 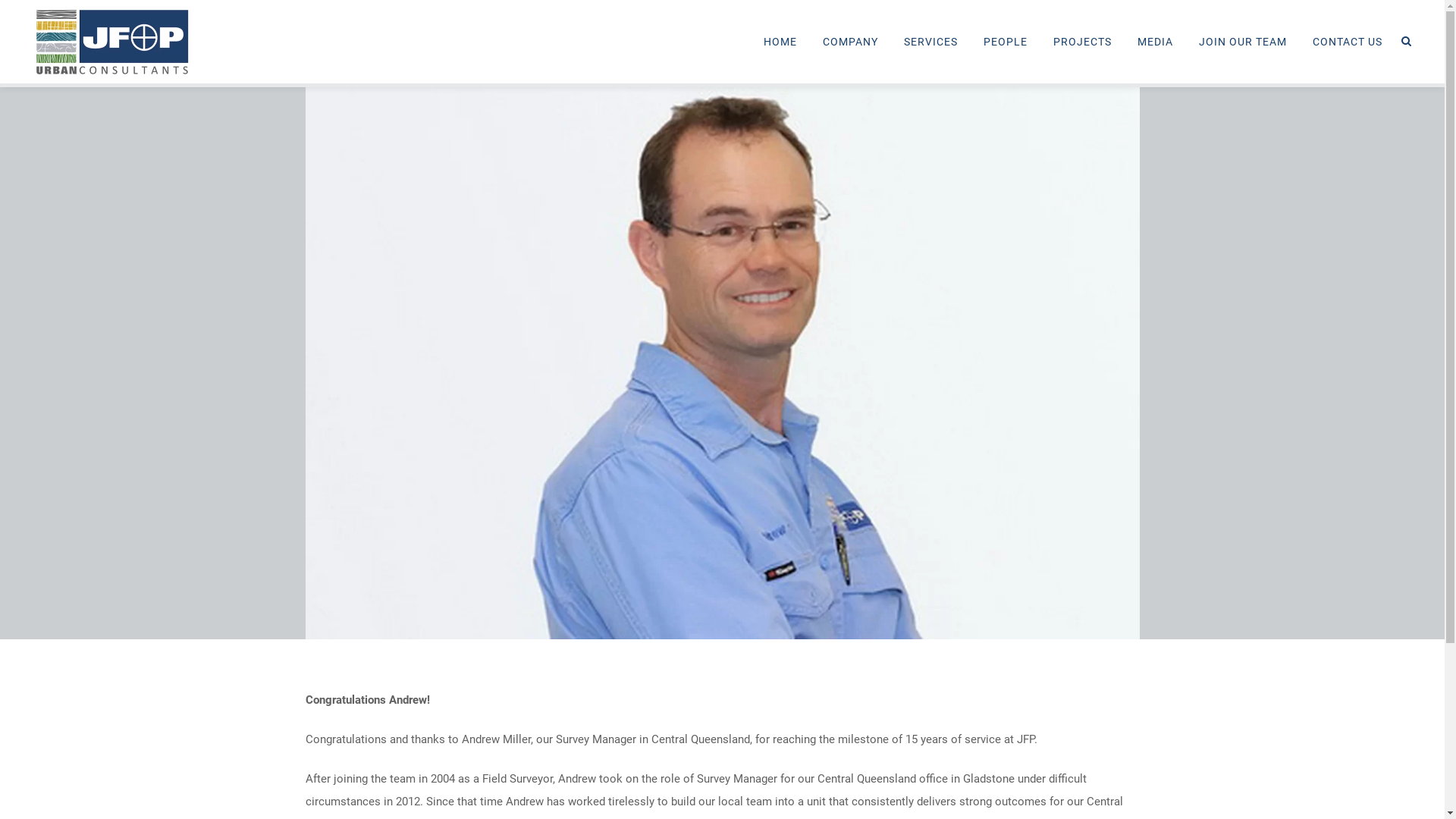 I want to click on 'PEOPLE', so click(x=1005, y=40).